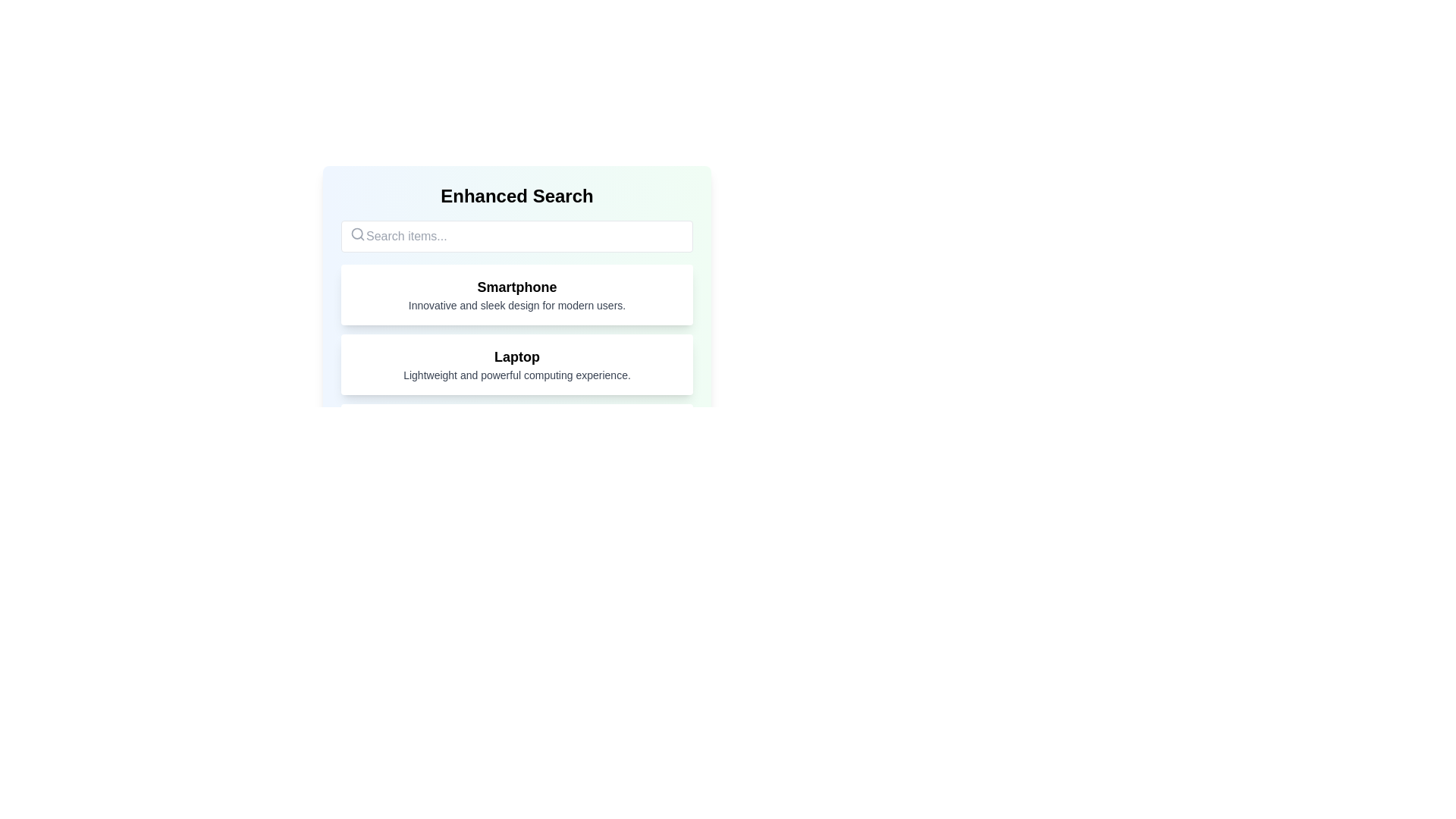 This screenshot has width=1456, height=819. I want to click on the descriptive text element that reads 'Lightweight and powerful computing experience.' located below the title 'Laptop.', so click(516, 375).